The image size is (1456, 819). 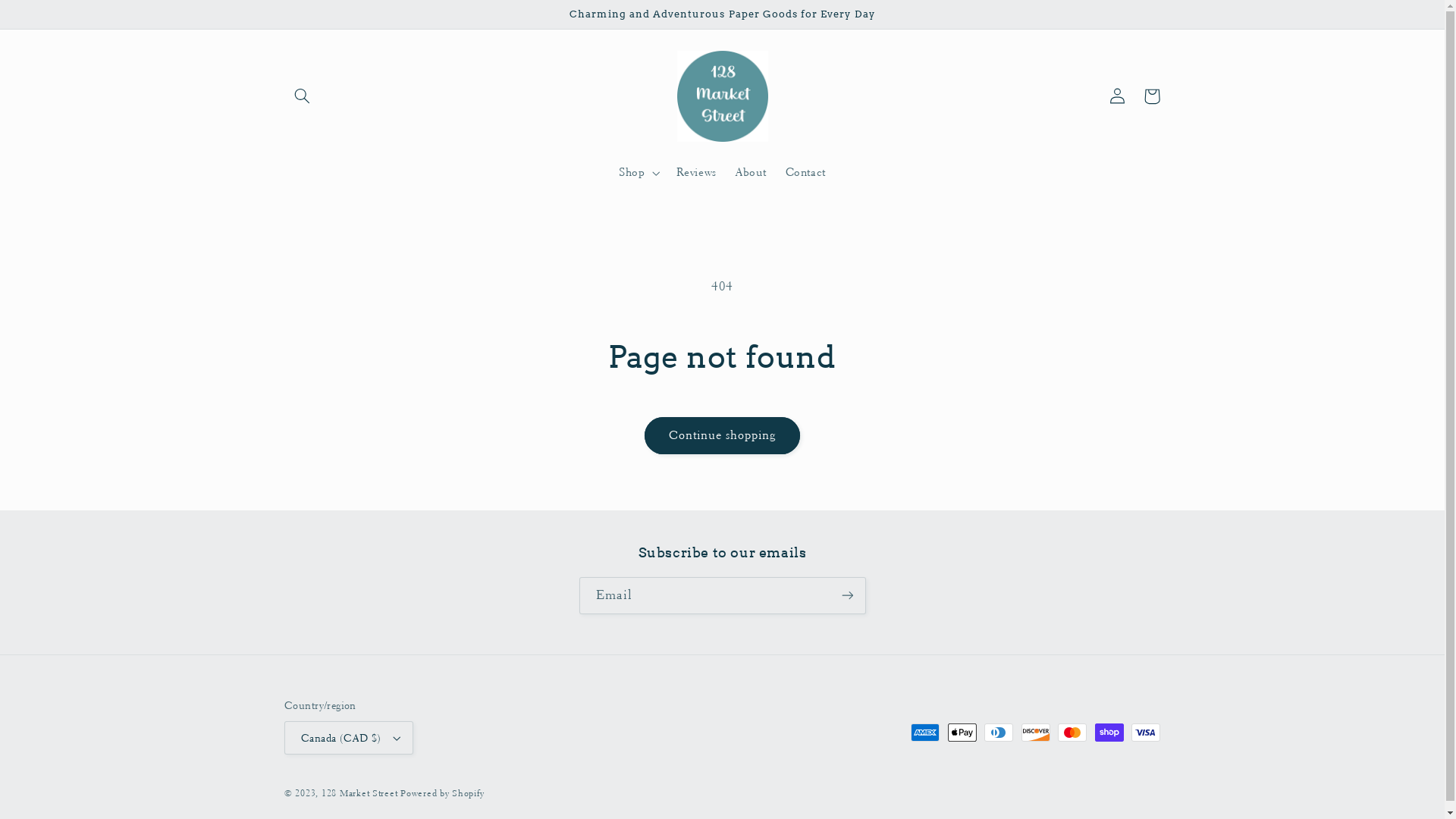 I want to click on 'Canada (CAD $)', so click(x=348, y=736).